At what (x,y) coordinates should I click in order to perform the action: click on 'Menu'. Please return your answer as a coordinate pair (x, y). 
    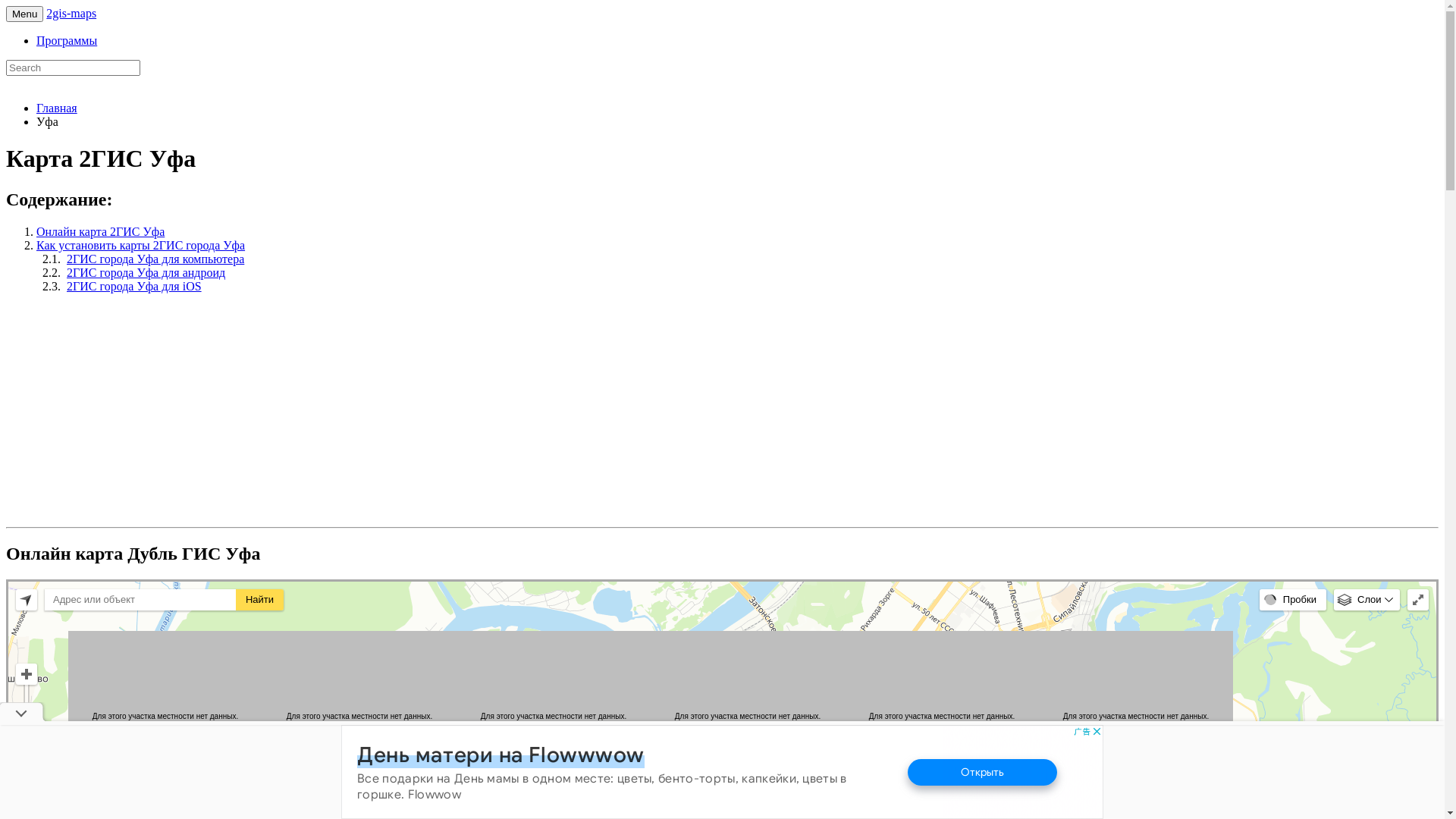
    Looking at the image, I should click on (24, 14).